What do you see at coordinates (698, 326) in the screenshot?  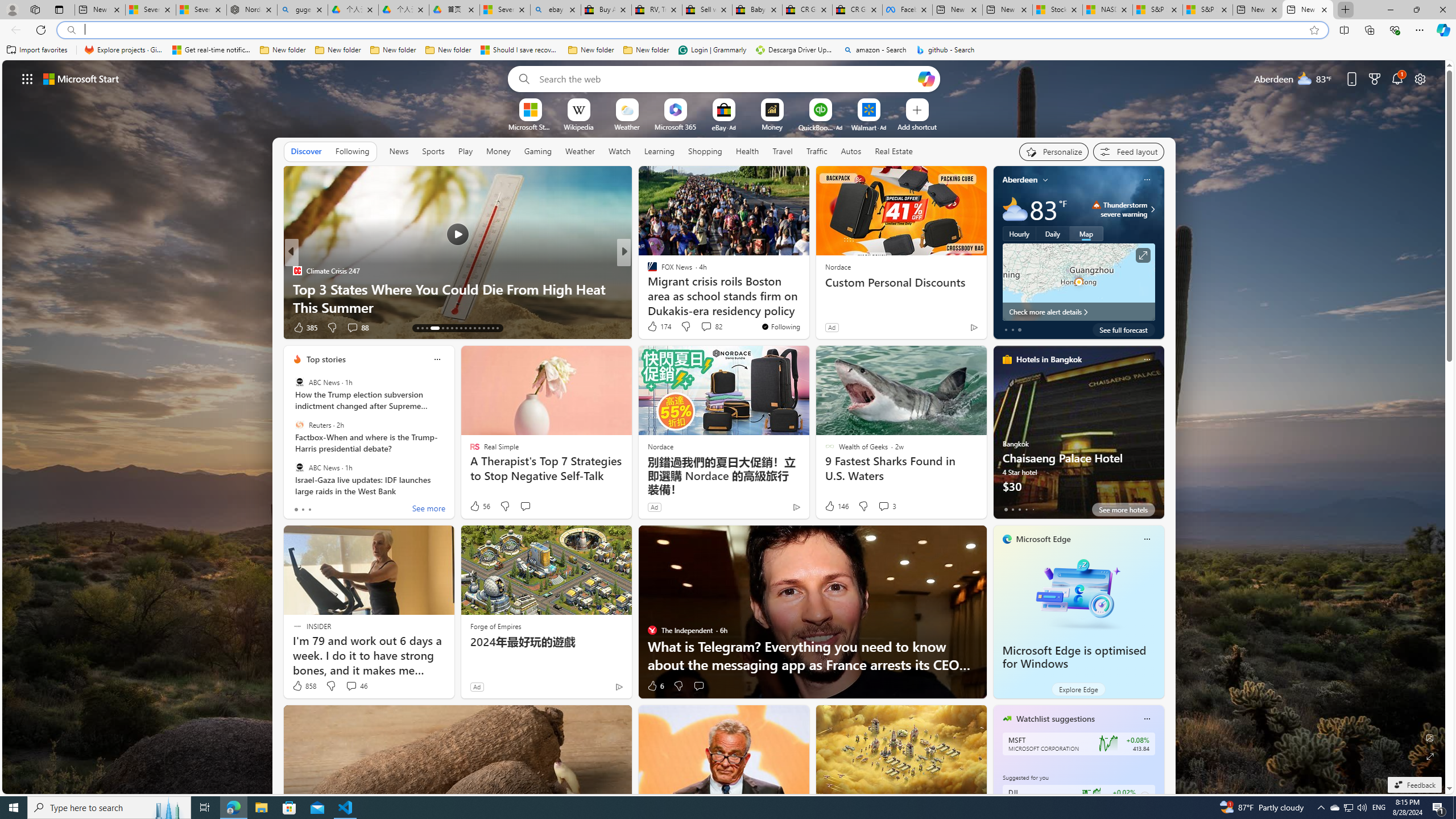 I see `'View comments 10 Comment'` at bounding box center [698, 326].